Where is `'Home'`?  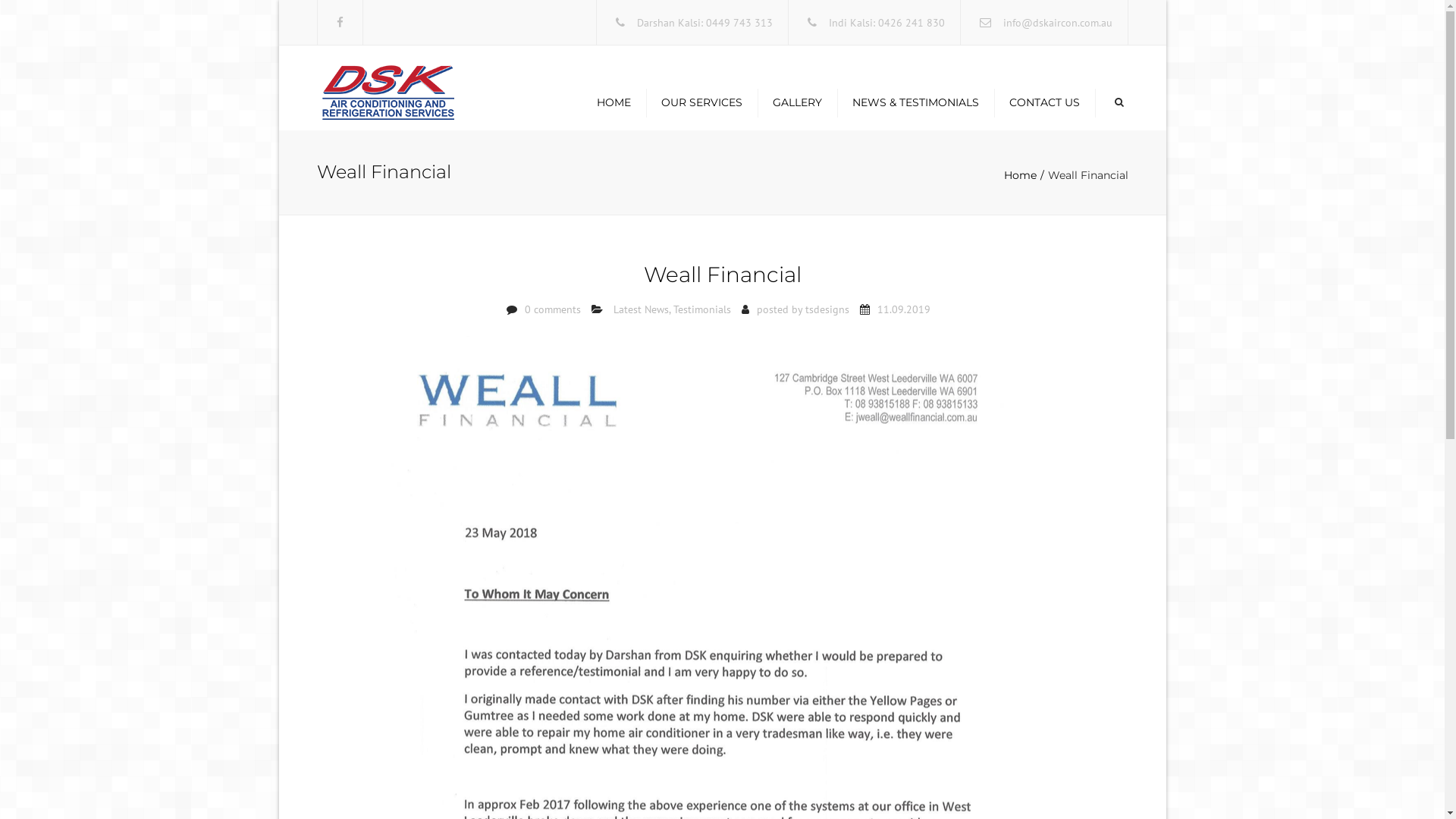 'Home' is located at coordinates (1026, 174).